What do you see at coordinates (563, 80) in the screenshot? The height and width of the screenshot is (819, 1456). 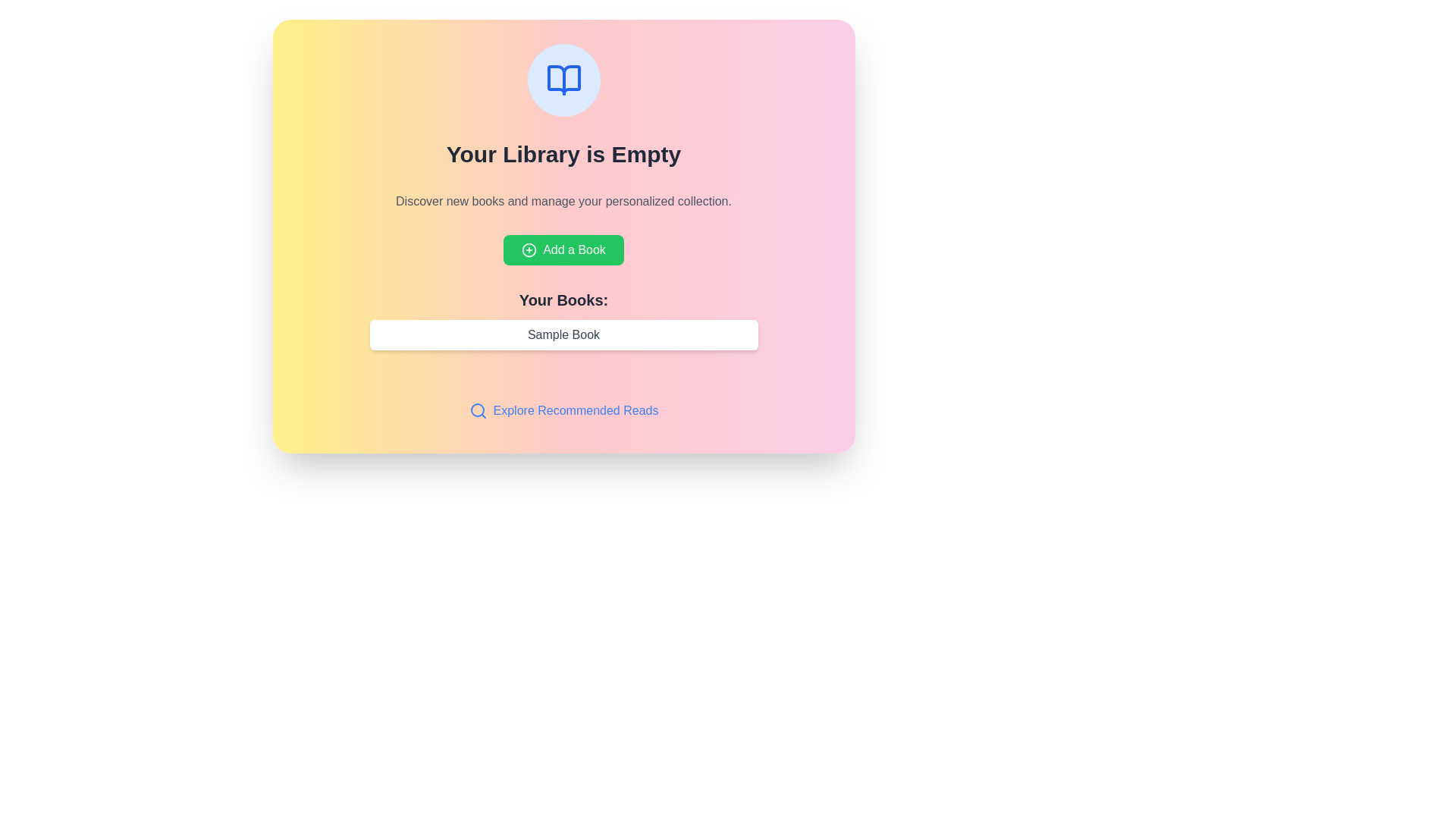 I see `the decorative icon representing books or reading, which is located at the top-center of a card section with a circular blue-shaded background` at bounding box center [563, 80].